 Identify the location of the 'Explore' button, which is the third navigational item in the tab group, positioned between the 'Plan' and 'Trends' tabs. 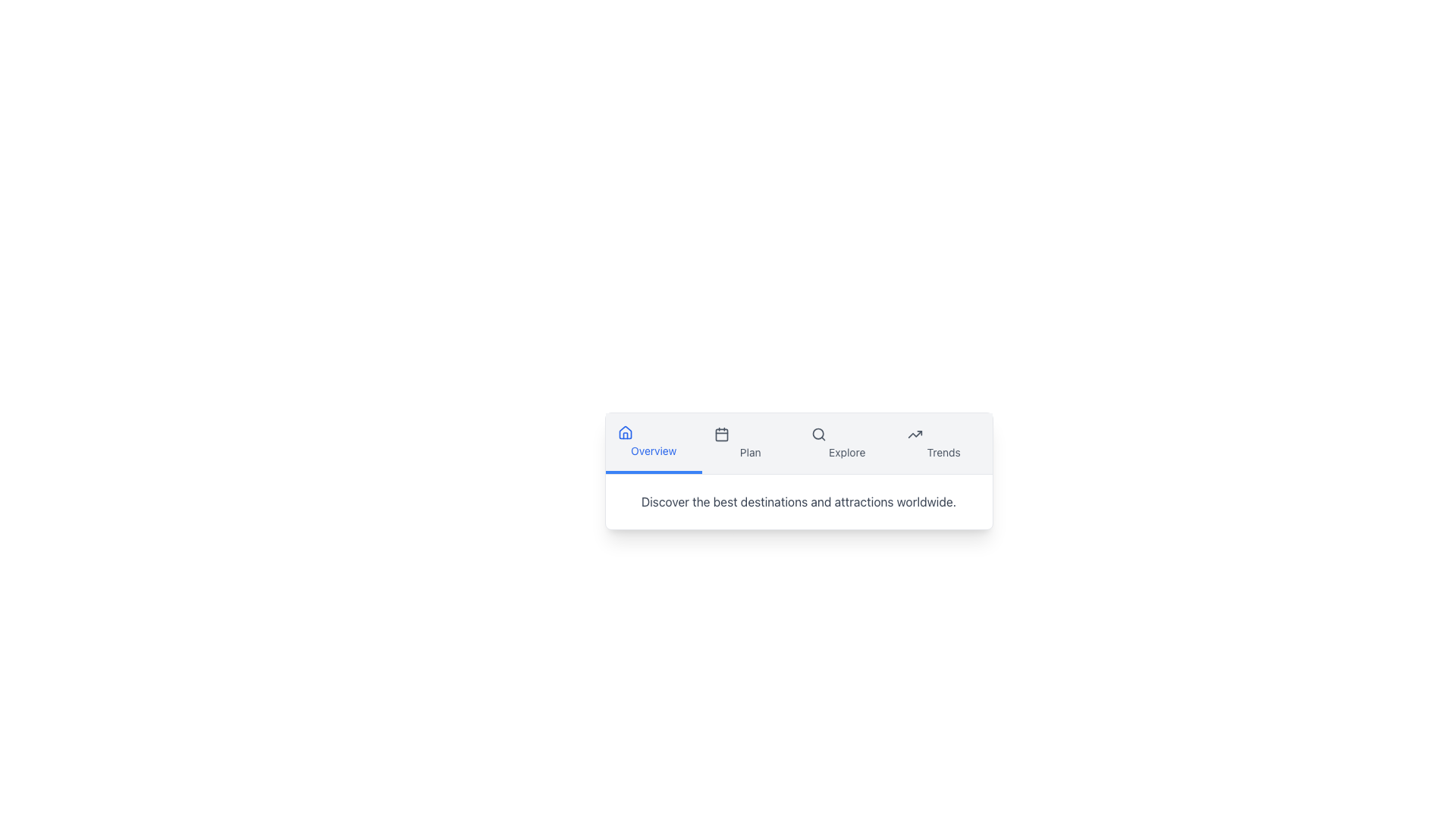
(846, 444).